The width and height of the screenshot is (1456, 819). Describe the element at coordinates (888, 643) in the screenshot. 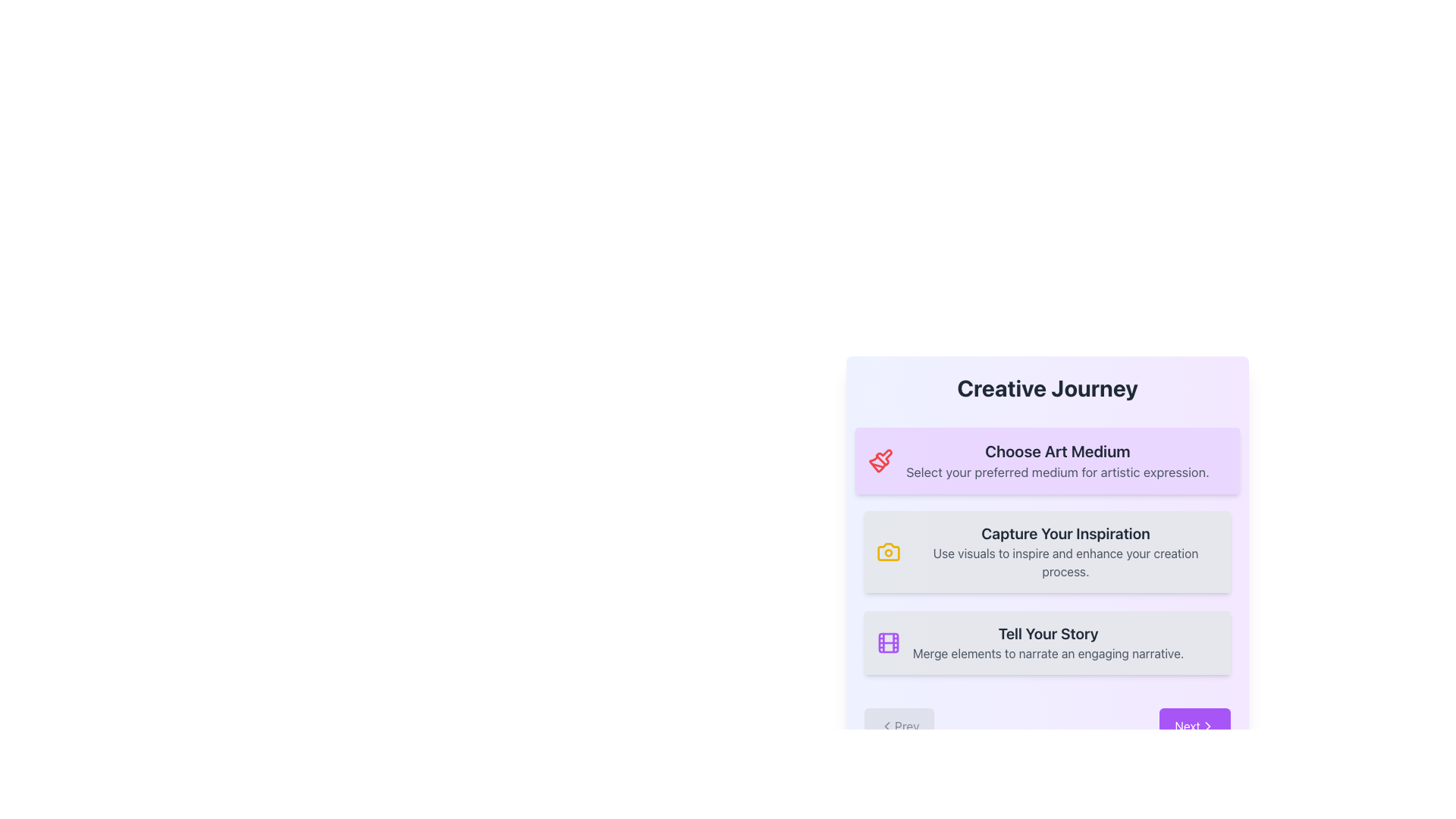

I see `the purple film strip icon located to the left of the 'Tell Your Story' text in the third option of the vertical list` at that location.